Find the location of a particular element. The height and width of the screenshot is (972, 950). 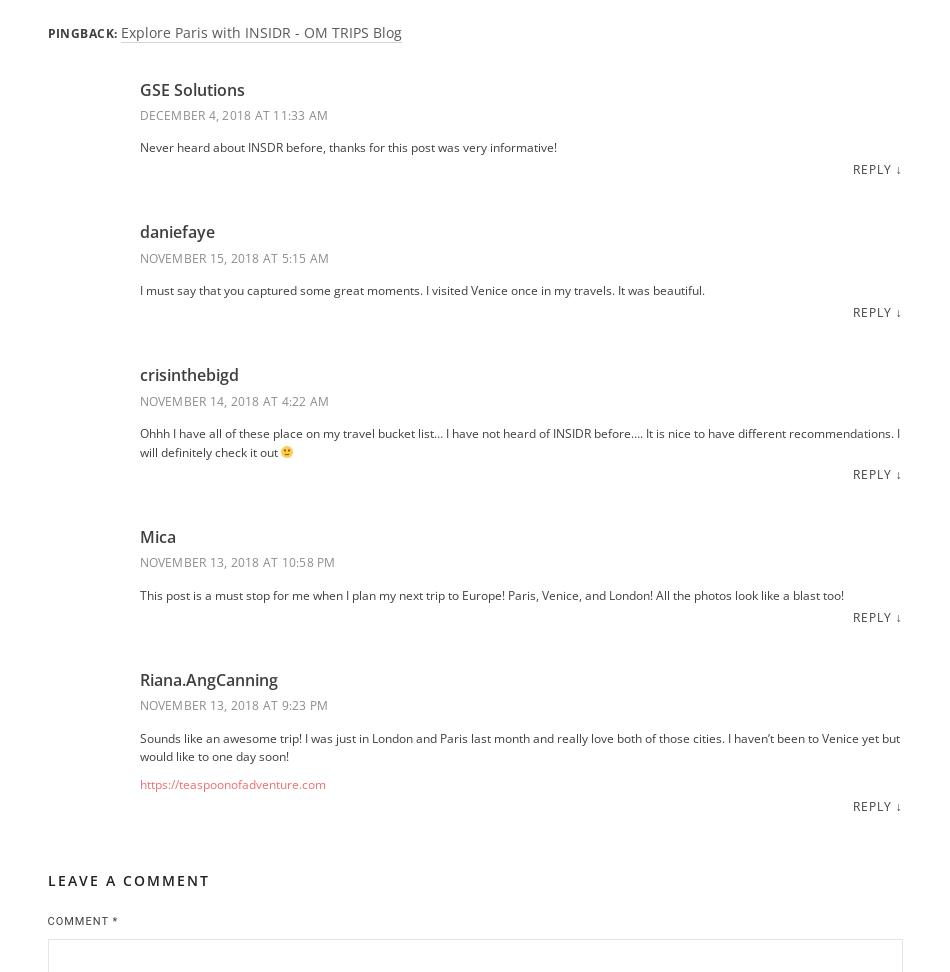

'November 14, 2018									at									4:22 am' is located at coordinates (233, 400).